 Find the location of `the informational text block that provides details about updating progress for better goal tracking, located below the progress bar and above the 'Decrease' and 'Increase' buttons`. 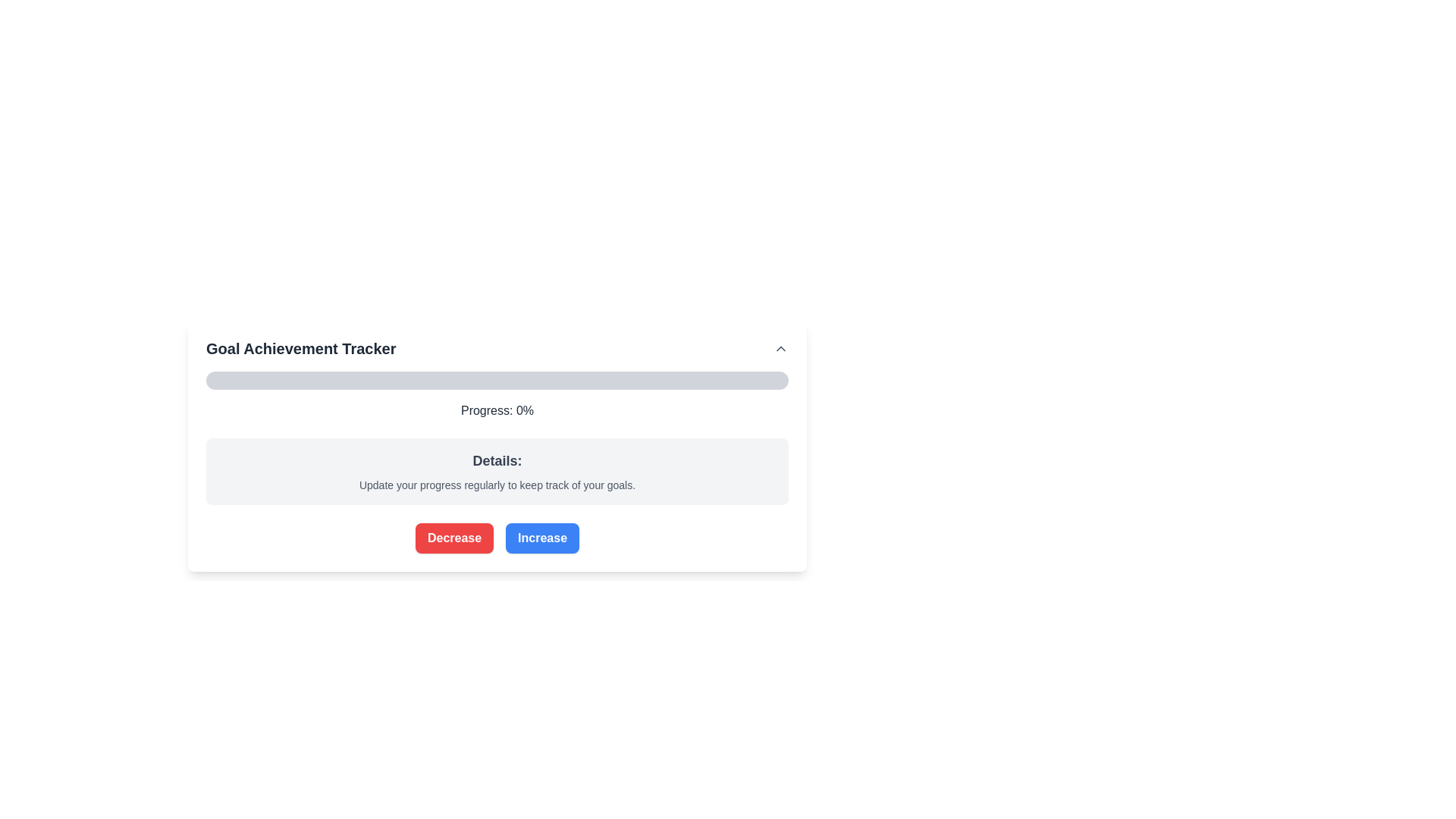

the informational text block that provides details about updating progress for better goal tracking, located below the progress bar and above the 'Decrease' and 'Increase' buttons is located at coordinates (497, 470).